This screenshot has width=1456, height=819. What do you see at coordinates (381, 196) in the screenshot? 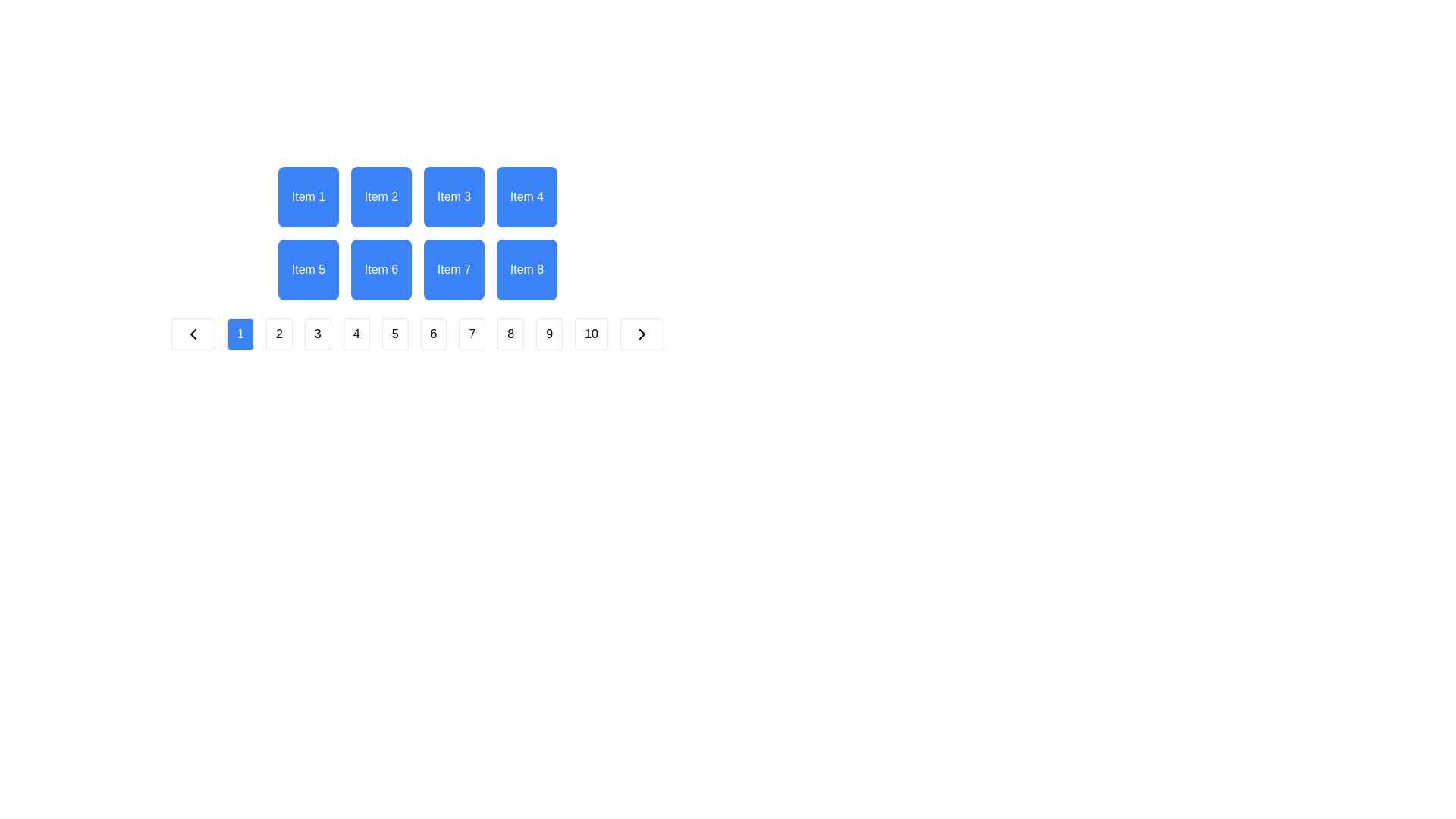
I see `the static display block labeled 'Item 2' located in the first row, second column of the grid` at bounding box center [381, 196].